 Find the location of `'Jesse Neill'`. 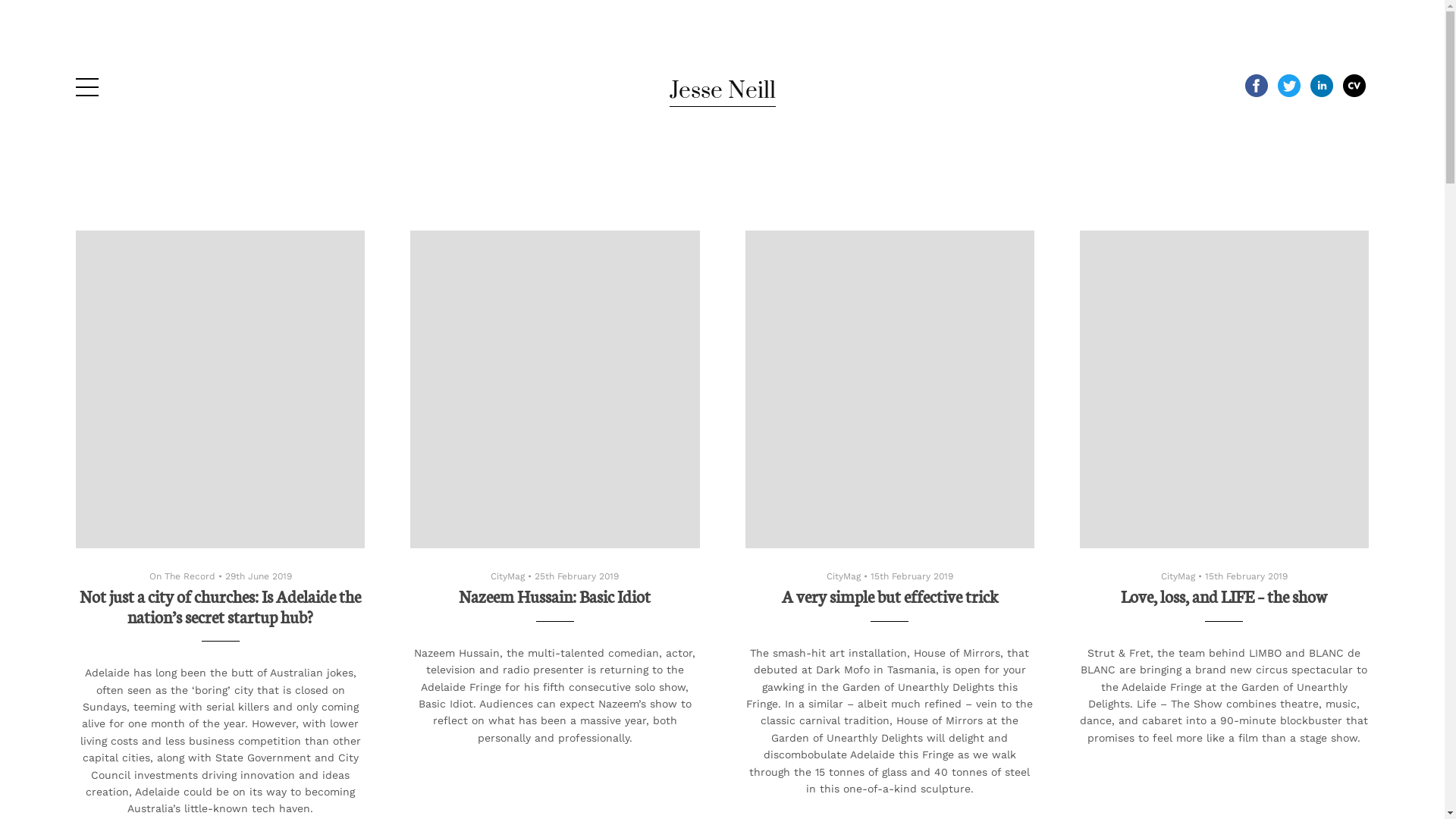

'Jesse Neill' is located at coordinates (720, 90).